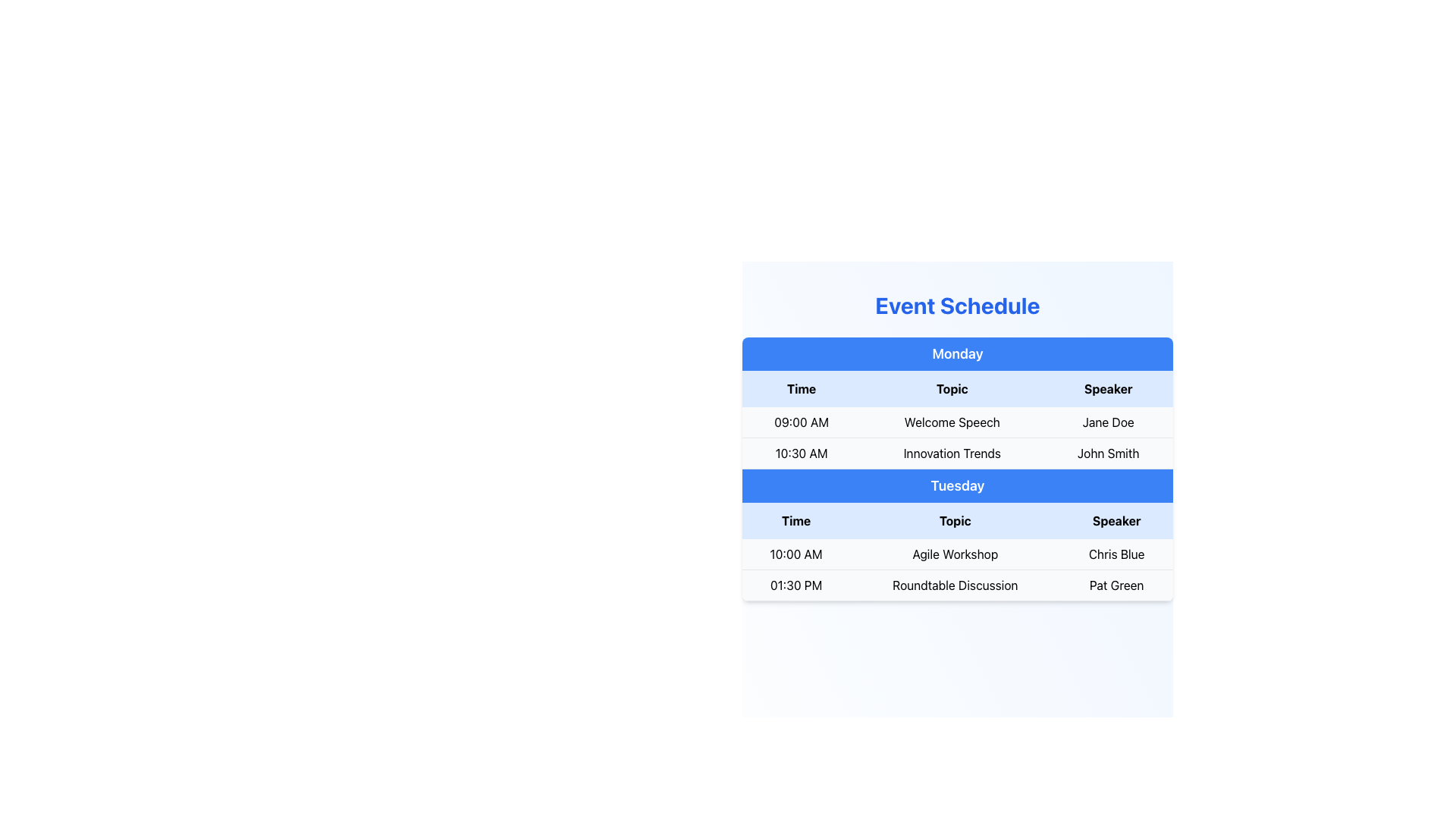  Describe the element at coordinates (951, 388) in the screenshot. I see `the 'Topic' Text Label element, which is the second column header in the Event Schedule table, displaying the word 'Topic' in black font on a light blue background` at that location.